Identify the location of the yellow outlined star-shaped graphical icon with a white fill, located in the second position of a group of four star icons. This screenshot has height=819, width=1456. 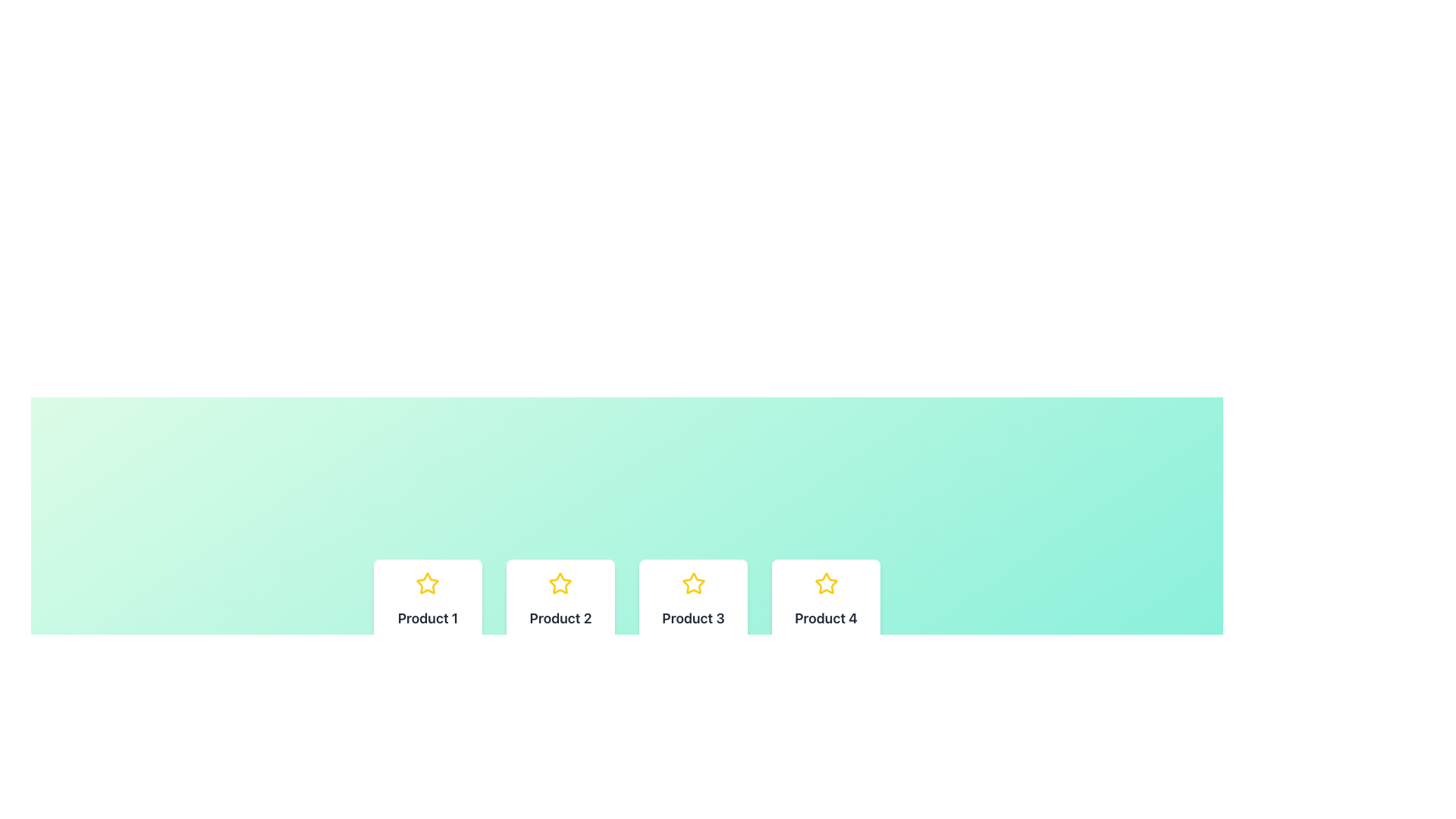
(560, 582).